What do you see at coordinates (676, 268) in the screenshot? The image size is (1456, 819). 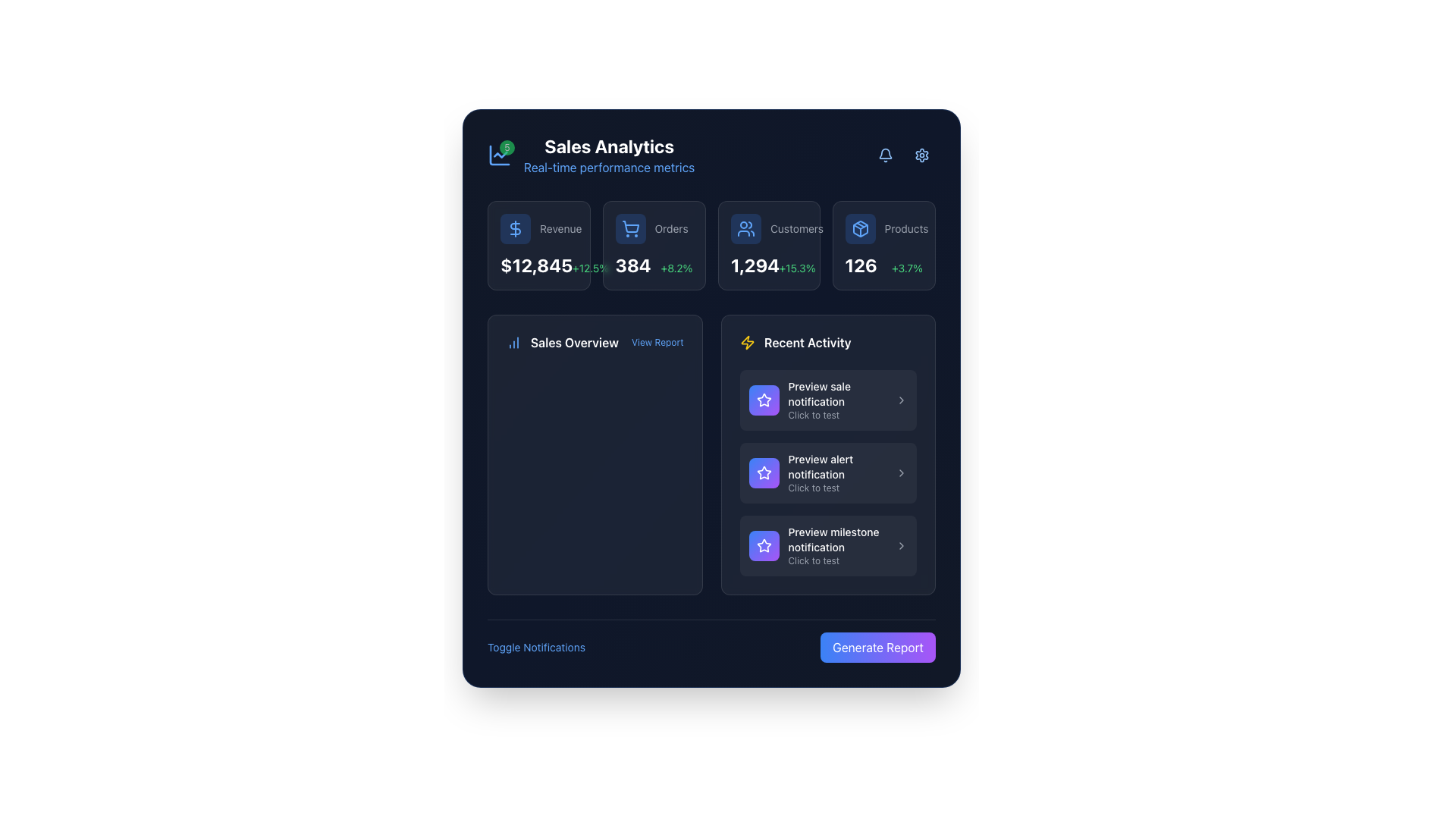 I see `the percentage change text display located to the right of '384' in the 'Orders' section` at bounding box center [676, 268].